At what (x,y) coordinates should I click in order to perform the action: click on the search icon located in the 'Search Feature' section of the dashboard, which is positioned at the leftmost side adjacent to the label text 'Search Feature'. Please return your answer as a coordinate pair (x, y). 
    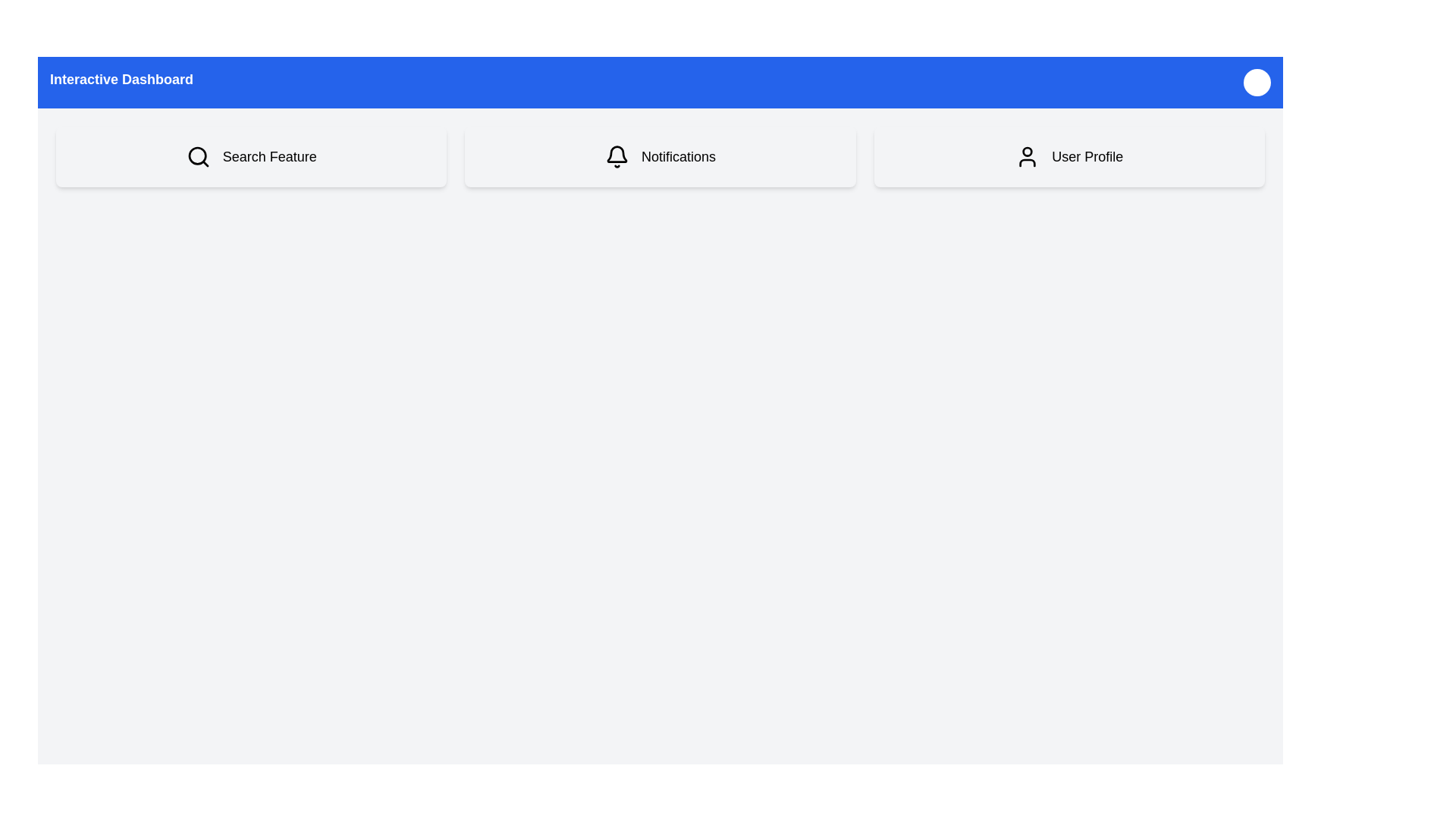
    Looking at the image, I should click on (197, 157).